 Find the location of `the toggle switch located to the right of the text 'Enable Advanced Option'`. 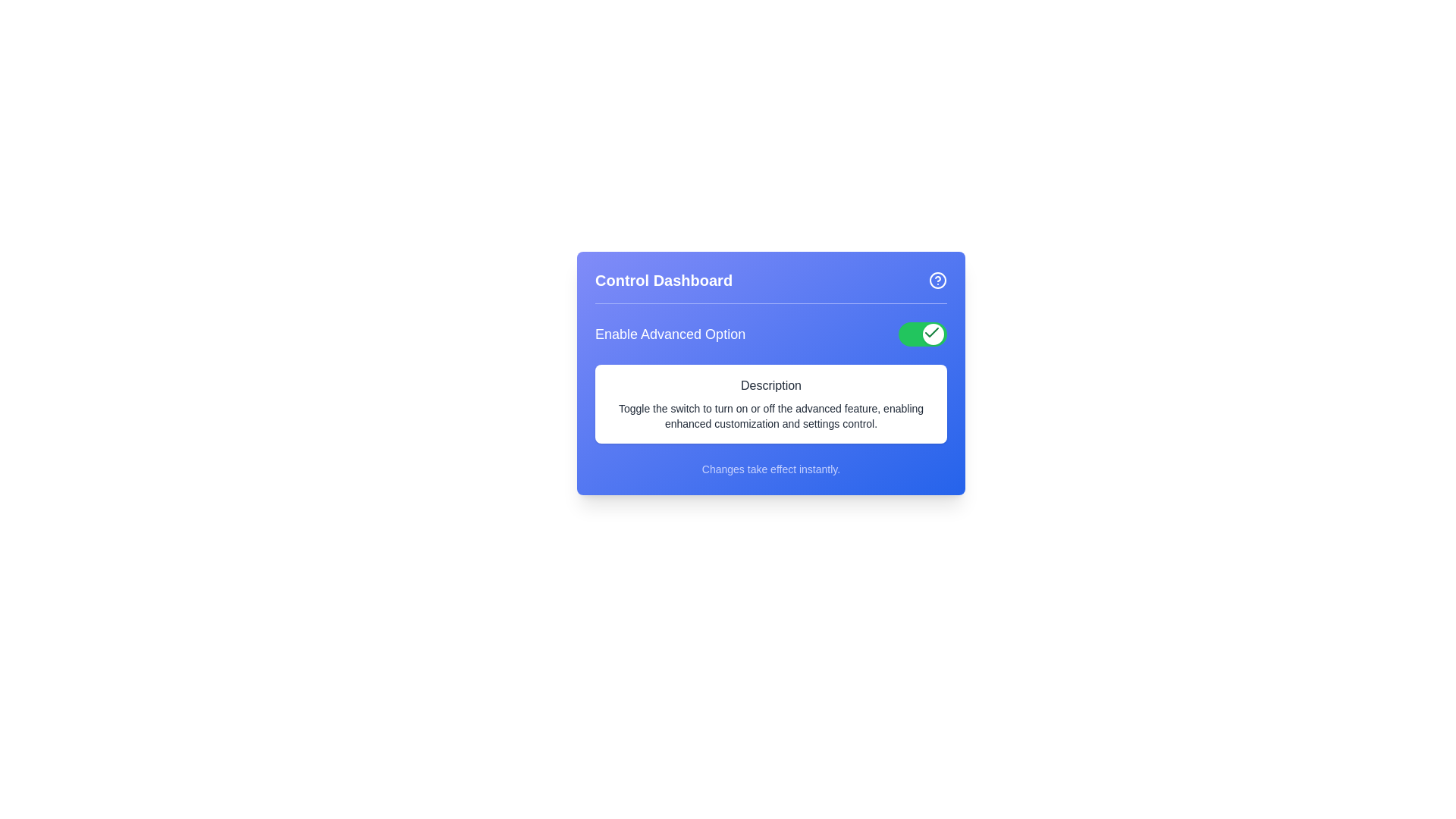

the toggle switch located to the right of the text 'Enable Advanced Option' is located at coordinates (922, 333).